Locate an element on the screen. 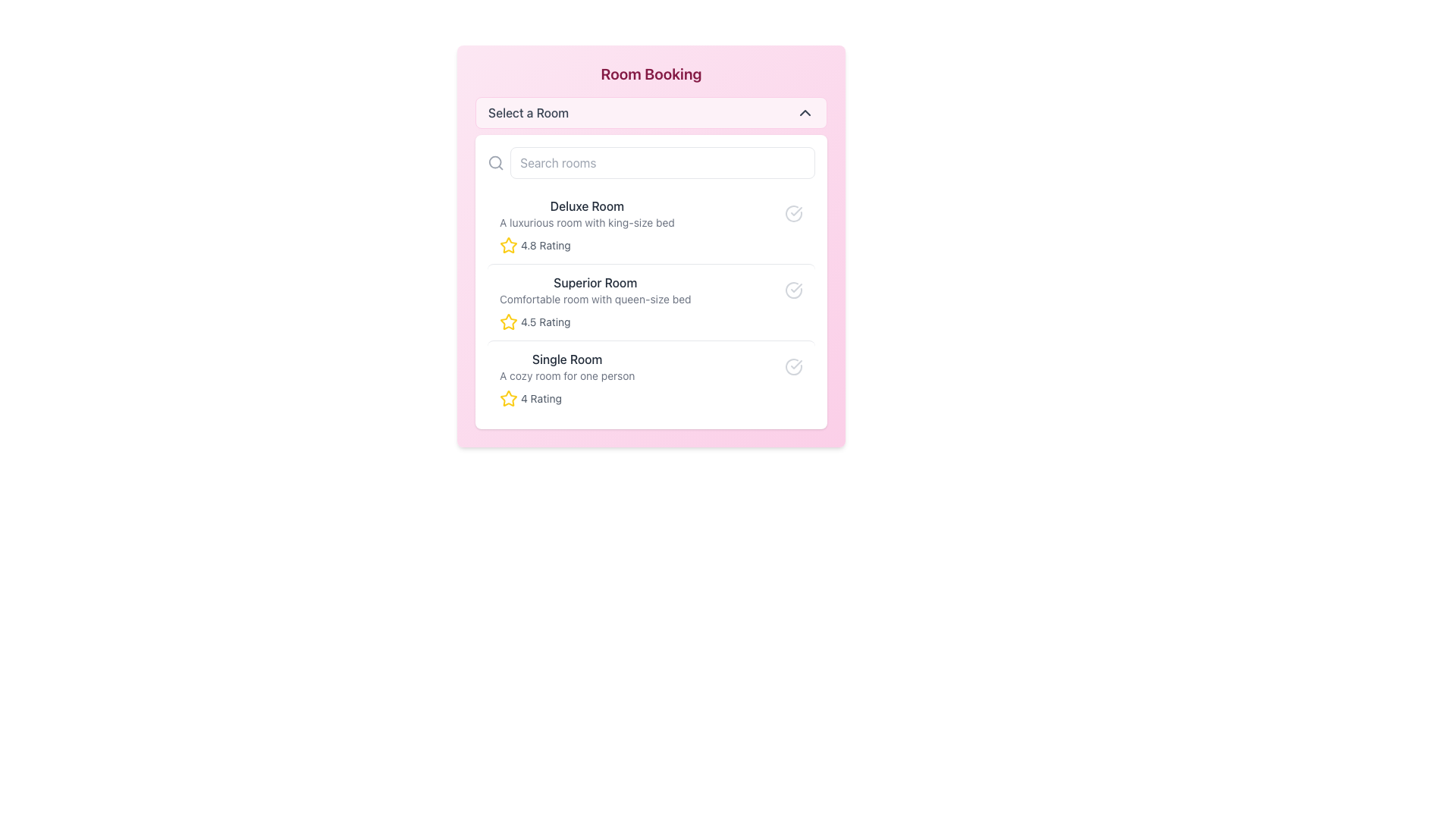 This screenshot has height=819, width=1456. text group that describes the 'Superior Room', which consists of the heading 'Superior Room' and the description 'Comfortable room with queen-size bed' is located at coordinates (595, 290).